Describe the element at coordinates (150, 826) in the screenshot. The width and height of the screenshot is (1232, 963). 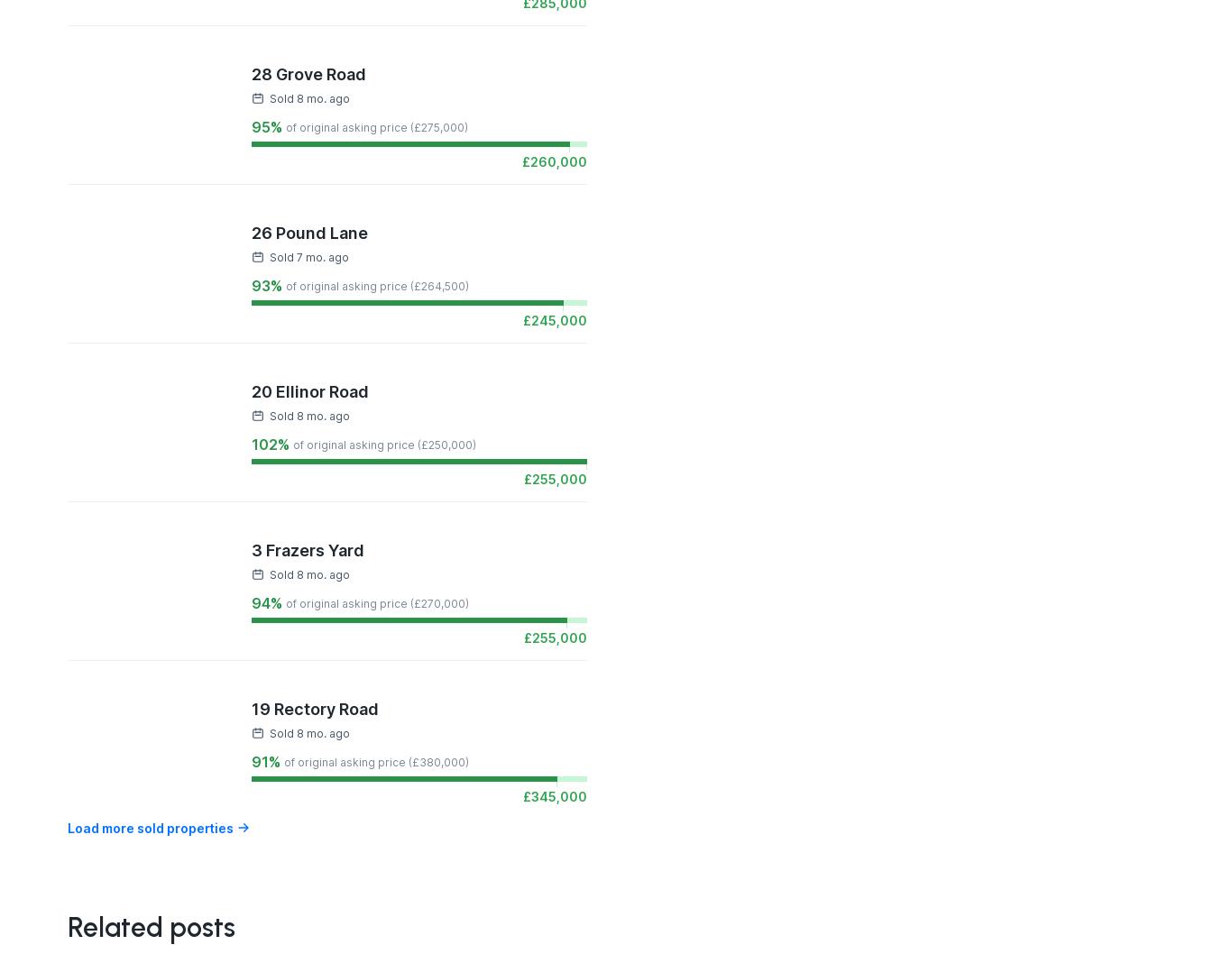
I see `'Load more sold properties'` at that location.